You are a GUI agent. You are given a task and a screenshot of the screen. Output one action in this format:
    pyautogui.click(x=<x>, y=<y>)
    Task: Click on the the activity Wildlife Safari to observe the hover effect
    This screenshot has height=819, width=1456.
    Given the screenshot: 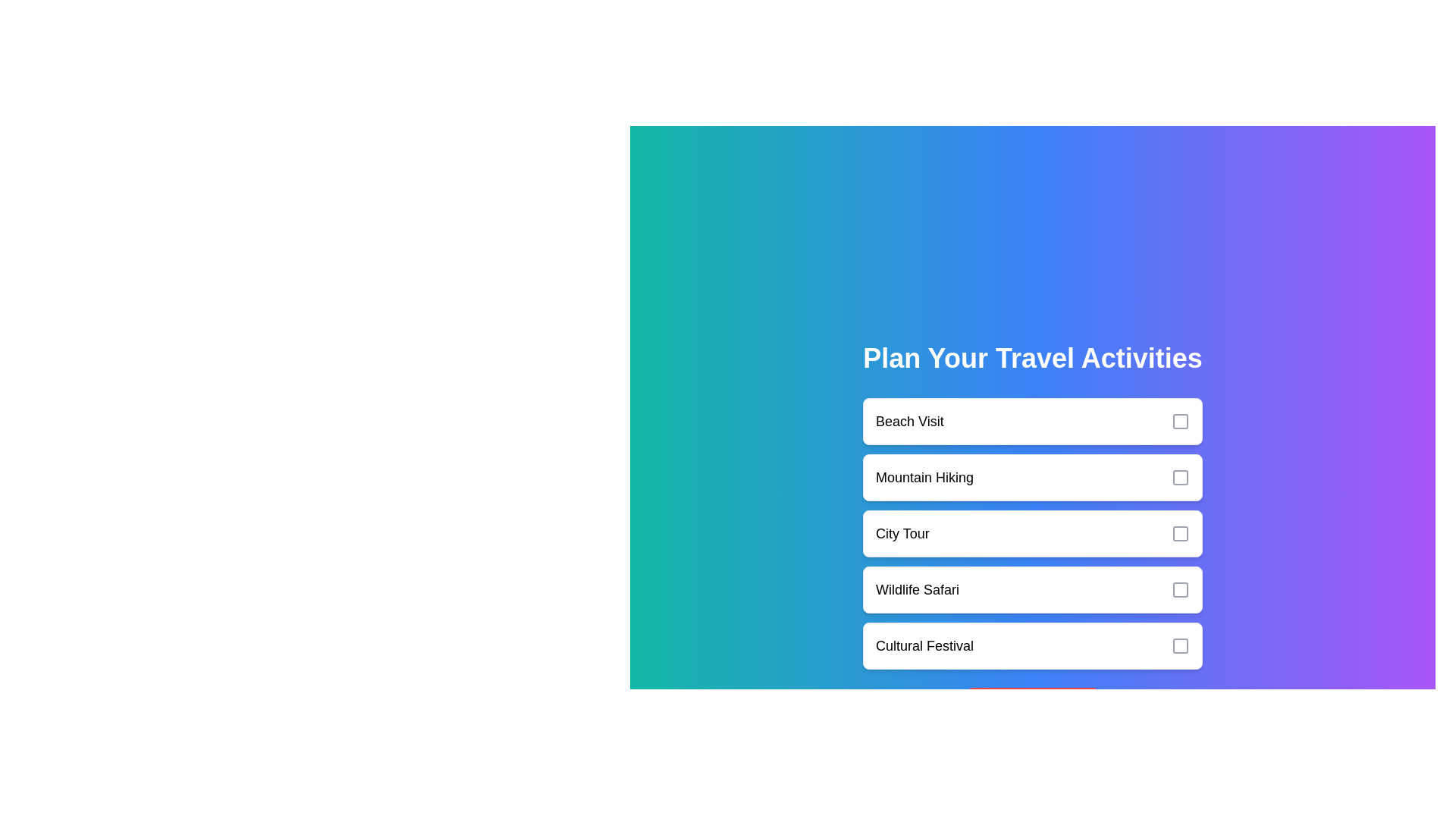 What is the action you would take?
    pyautogui.click(x=1032, y=589)
    